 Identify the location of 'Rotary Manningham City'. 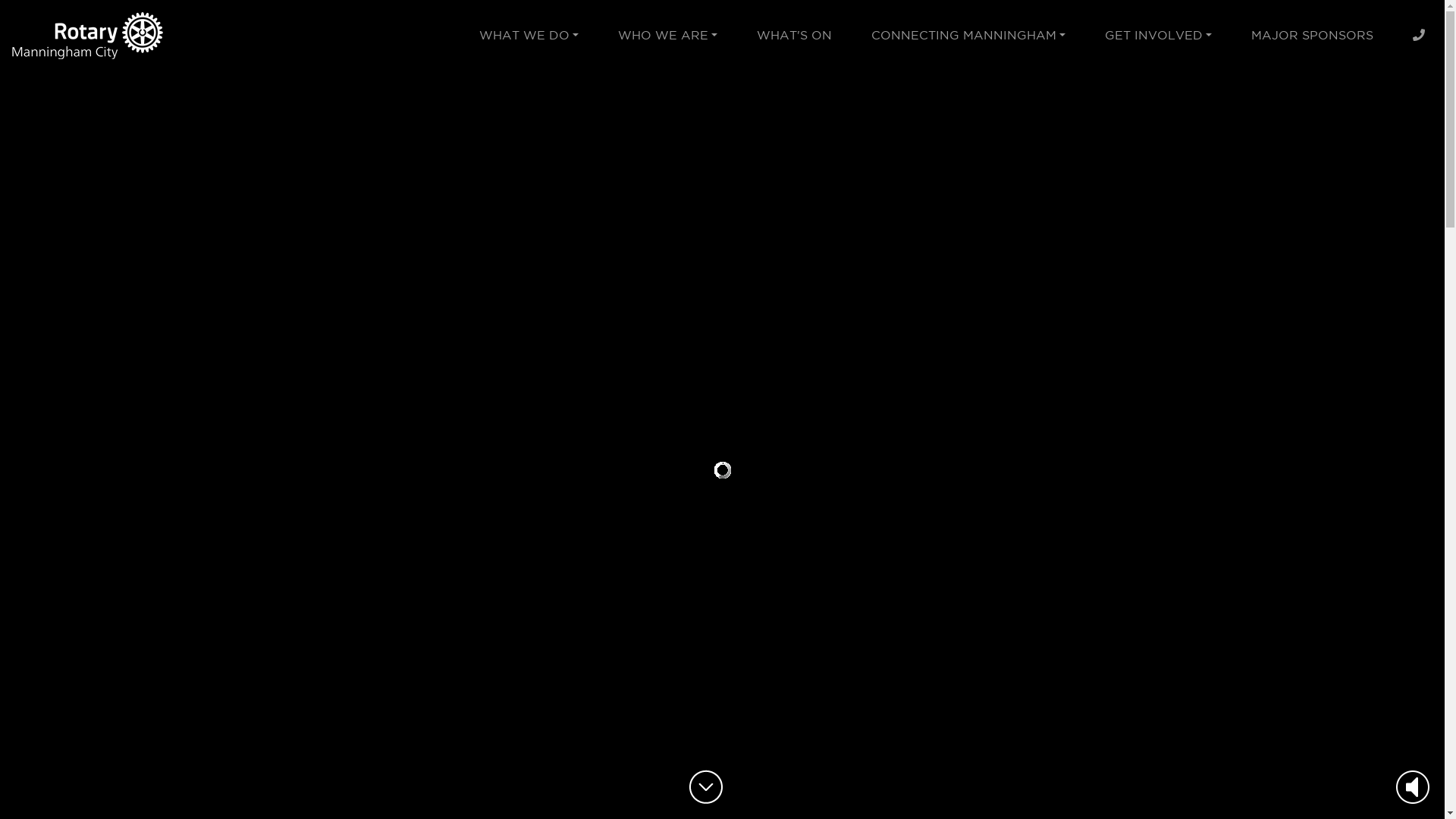
(86, 34).